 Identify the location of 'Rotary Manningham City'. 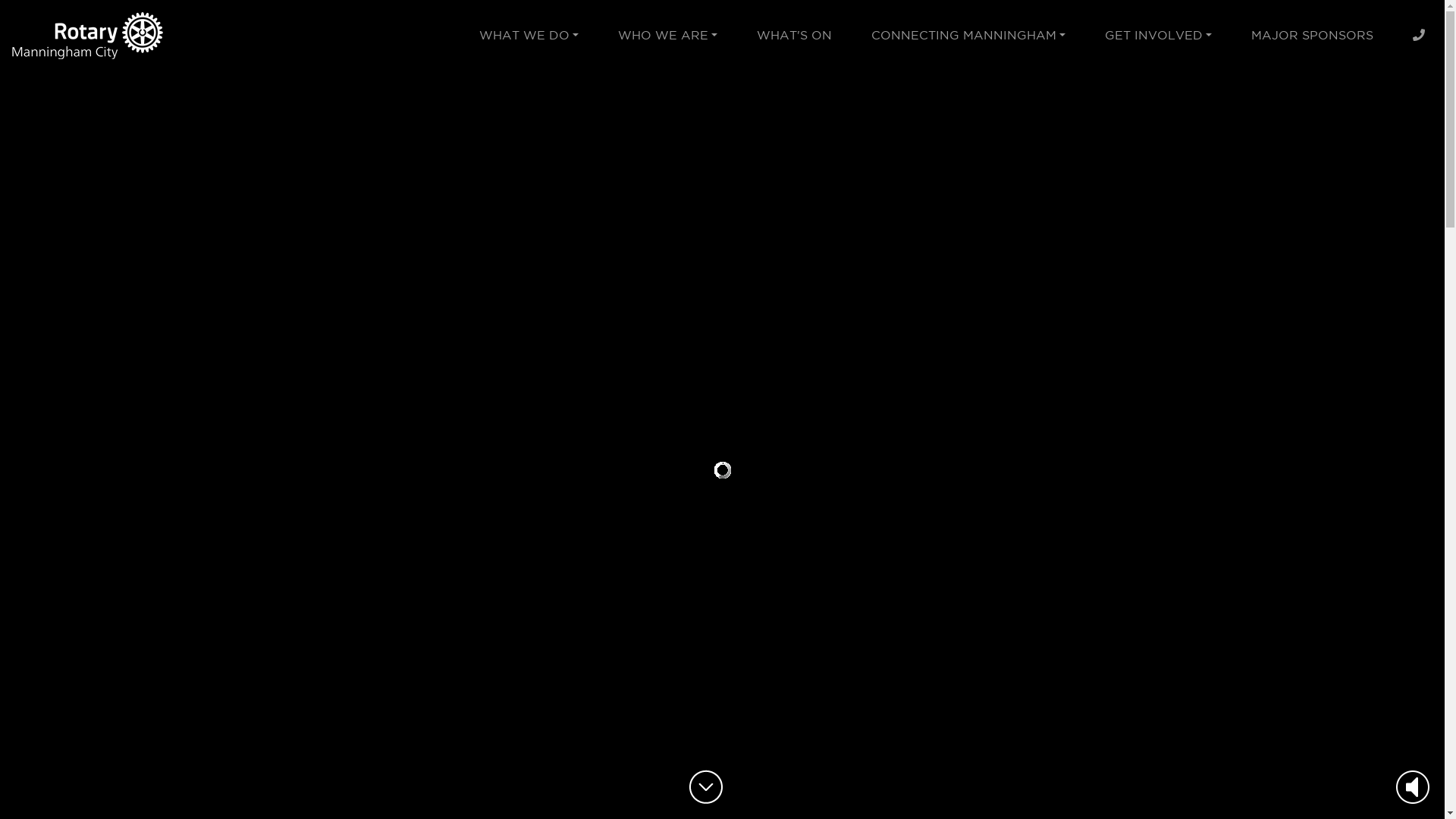
(86, 34).